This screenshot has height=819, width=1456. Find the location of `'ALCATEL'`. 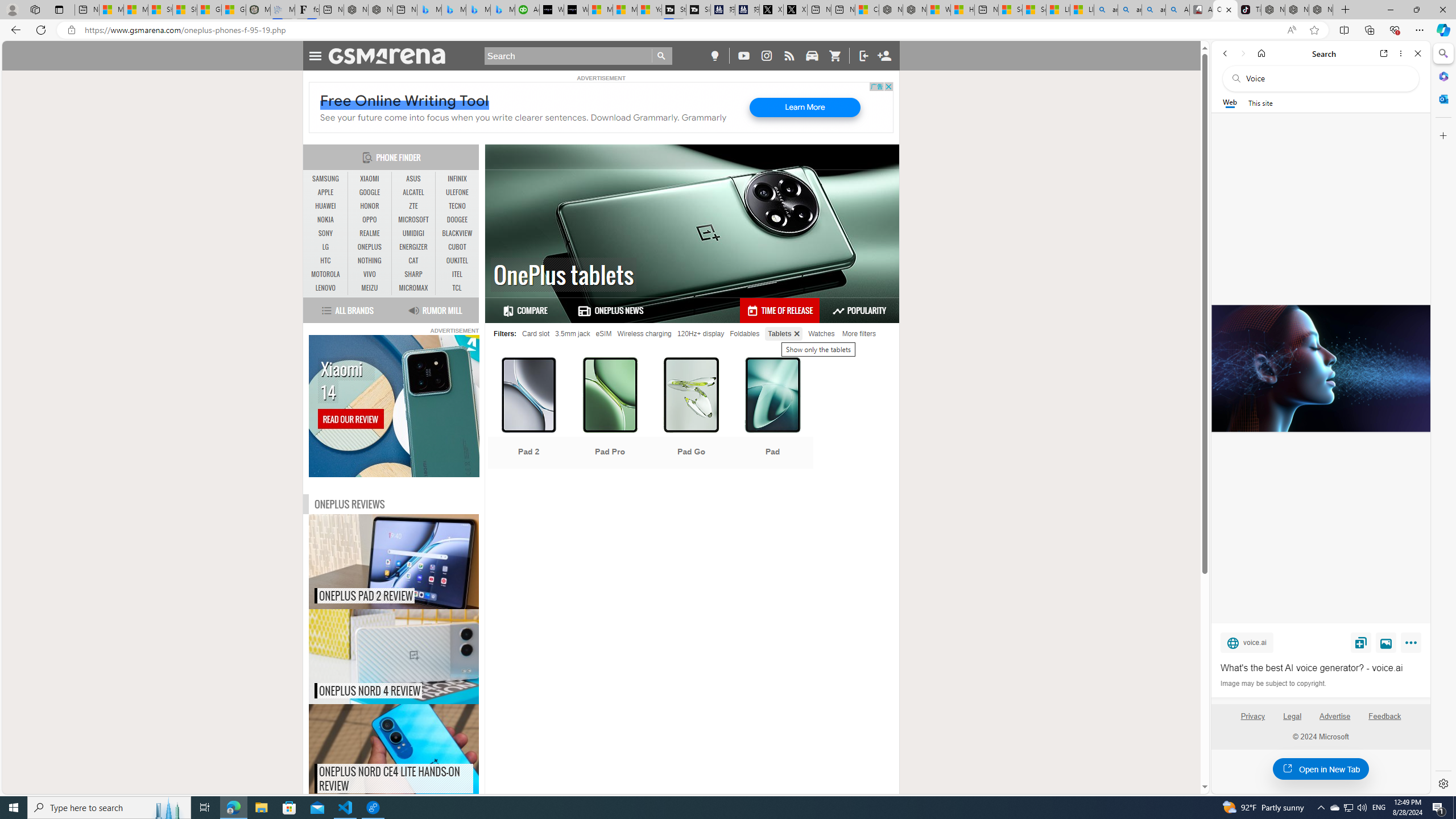

'ALCATEL' is located at coordinates (413, 192).